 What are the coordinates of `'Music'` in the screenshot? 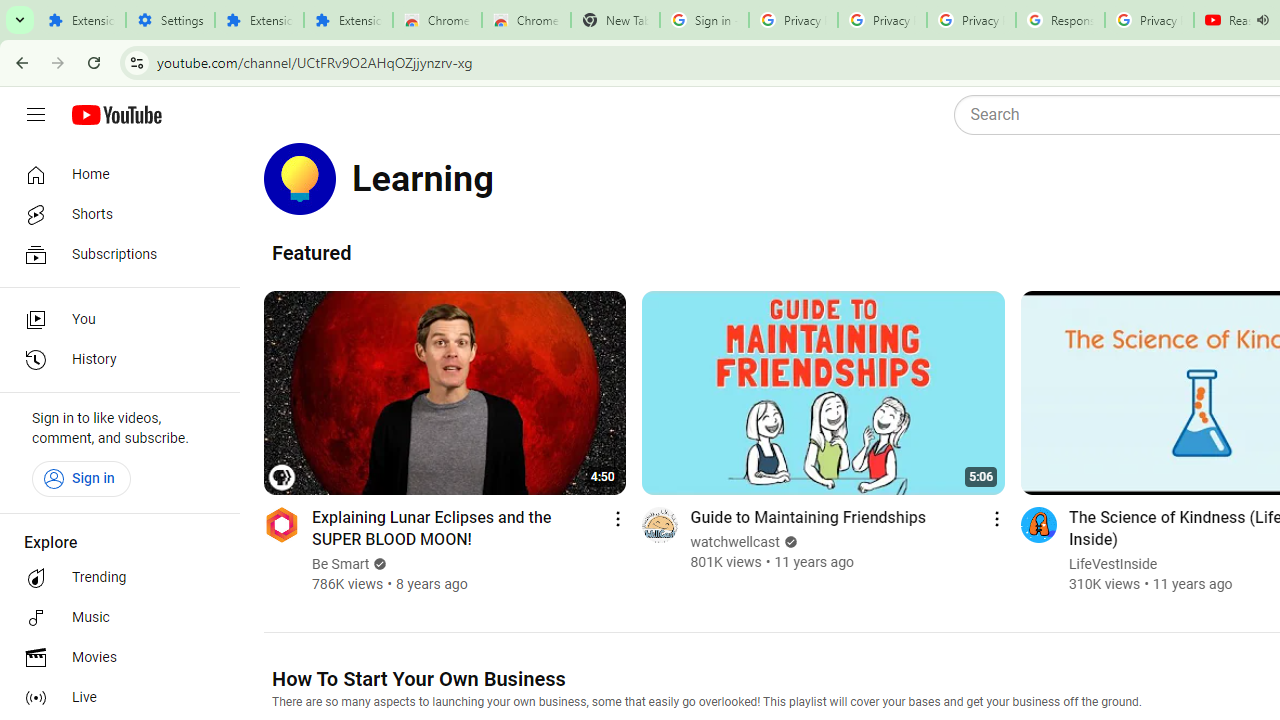 It's located at (112, 617).